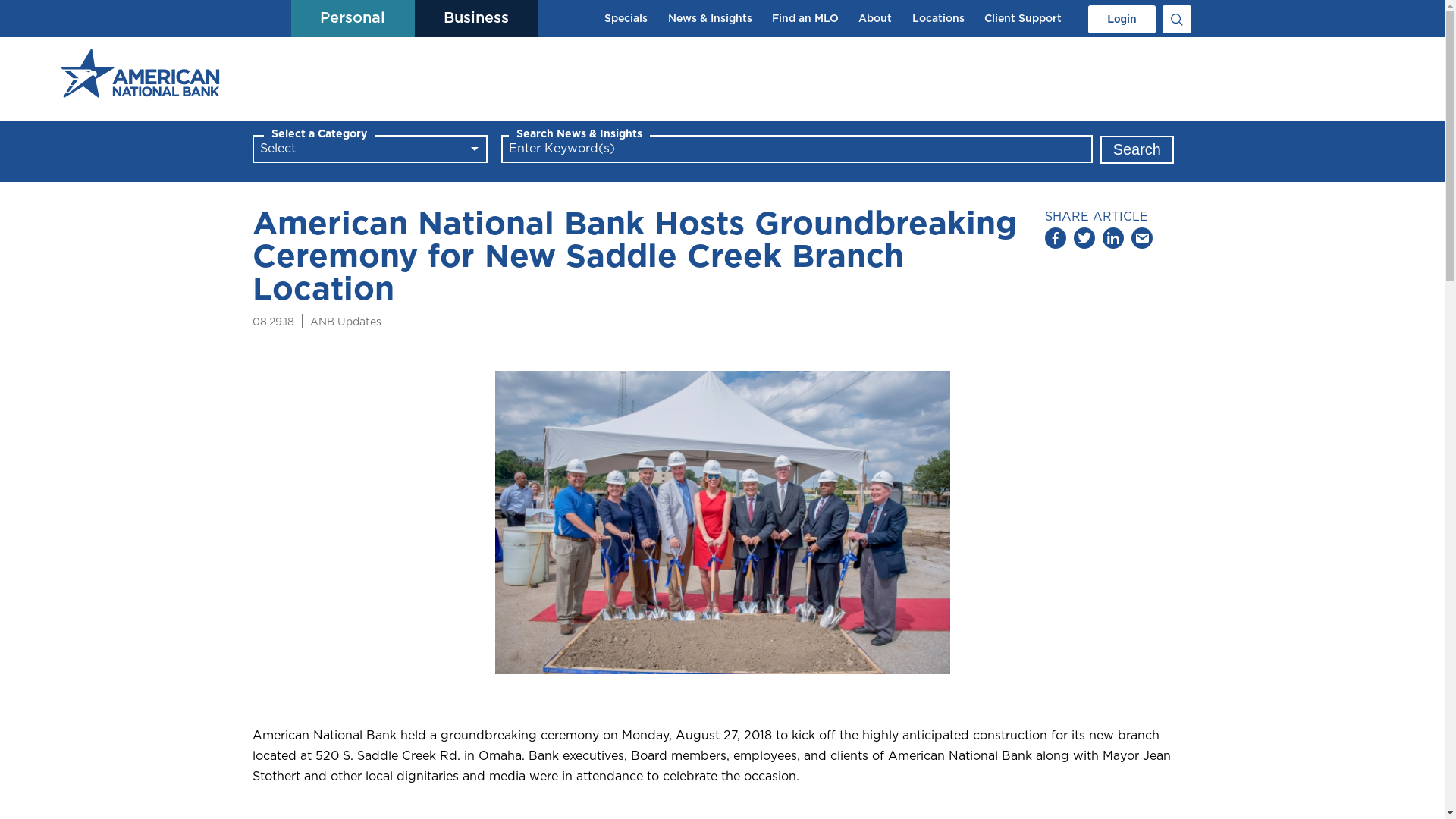 The height and width of the screenshot is (819, 1456). Describe the element at coordinates (1056, 241) in the screenshot. I see `'Share on Facebook'` at that location.